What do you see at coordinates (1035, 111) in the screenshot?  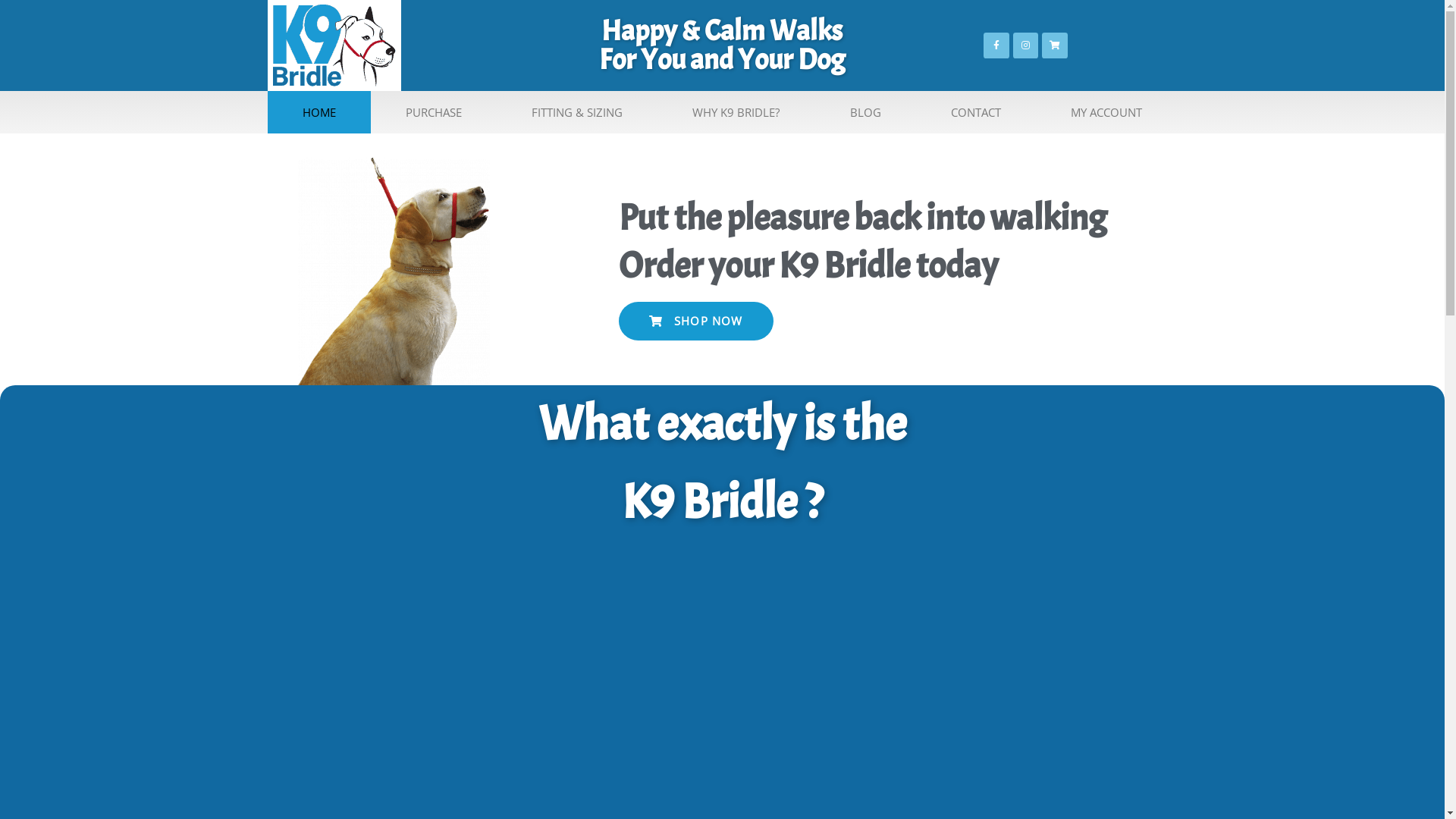 I see `'MY ACCOUNT'` at bounding box center [1035, 111].